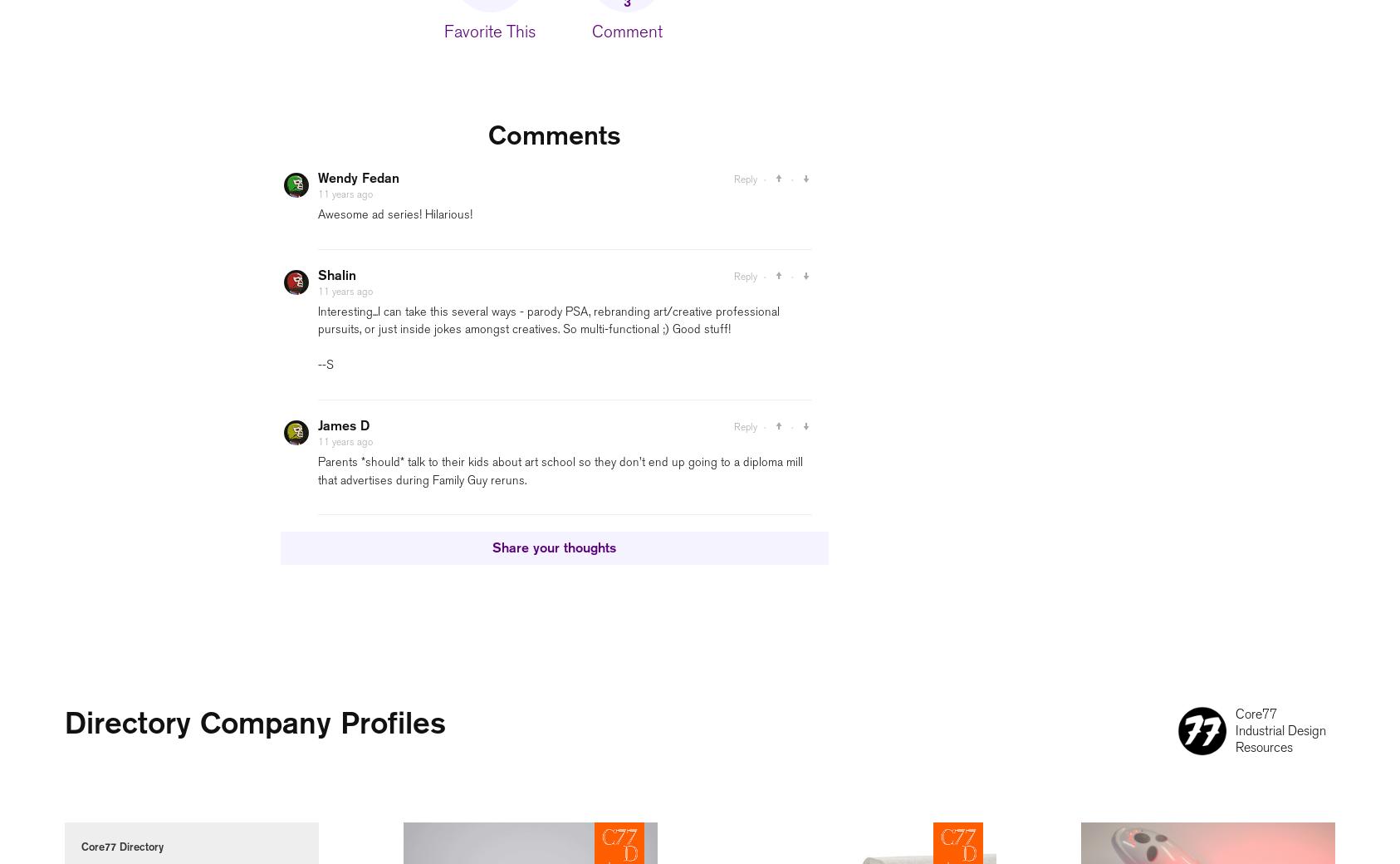 The height and width of the screenshot is (864, 1400). I want to click on 'Share your thoughts', so click(553, 547).